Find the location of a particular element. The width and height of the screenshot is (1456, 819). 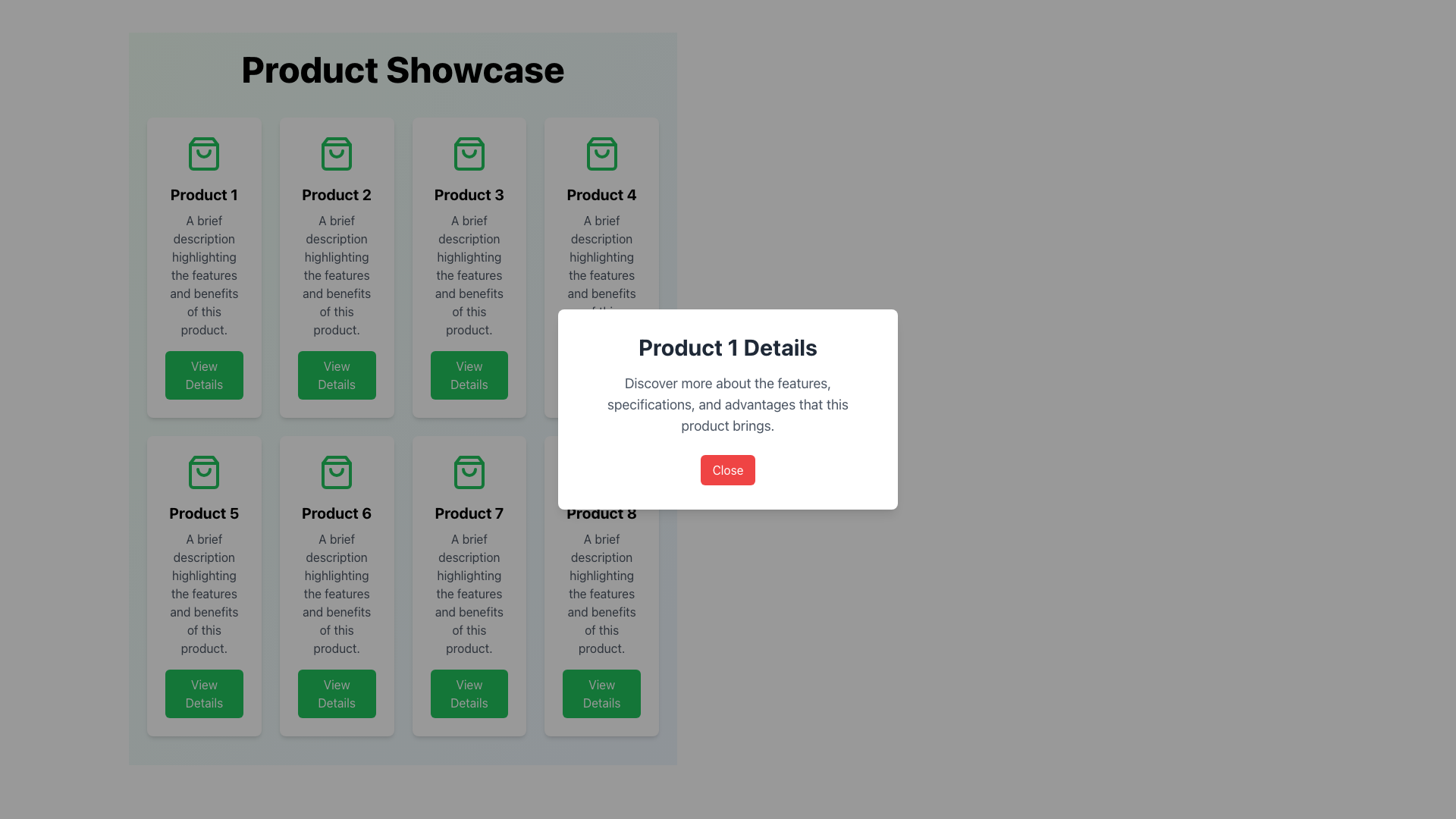

the product listing card for 'Product 5', located in the second row, first column of the grid layout is located at coordinates (203, 585).